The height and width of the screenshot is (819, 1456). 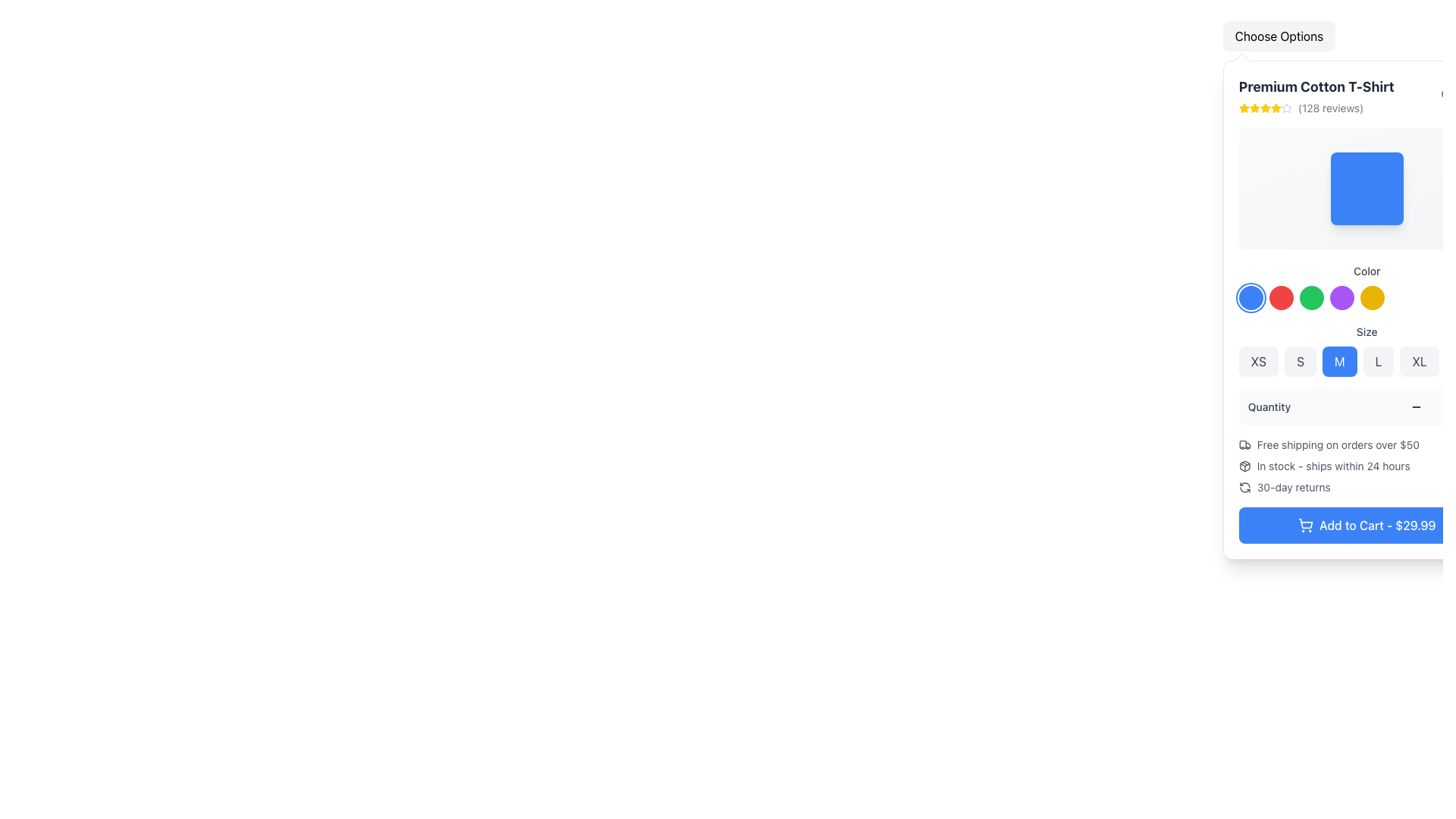 What do you see at coordinates (1316, 107) in the screenshot?
I see `the text label displaying the count of reviews for the Premium Cotton T-Shirt, located under the title and following the rating stars` at bounding box center [1316, 107].